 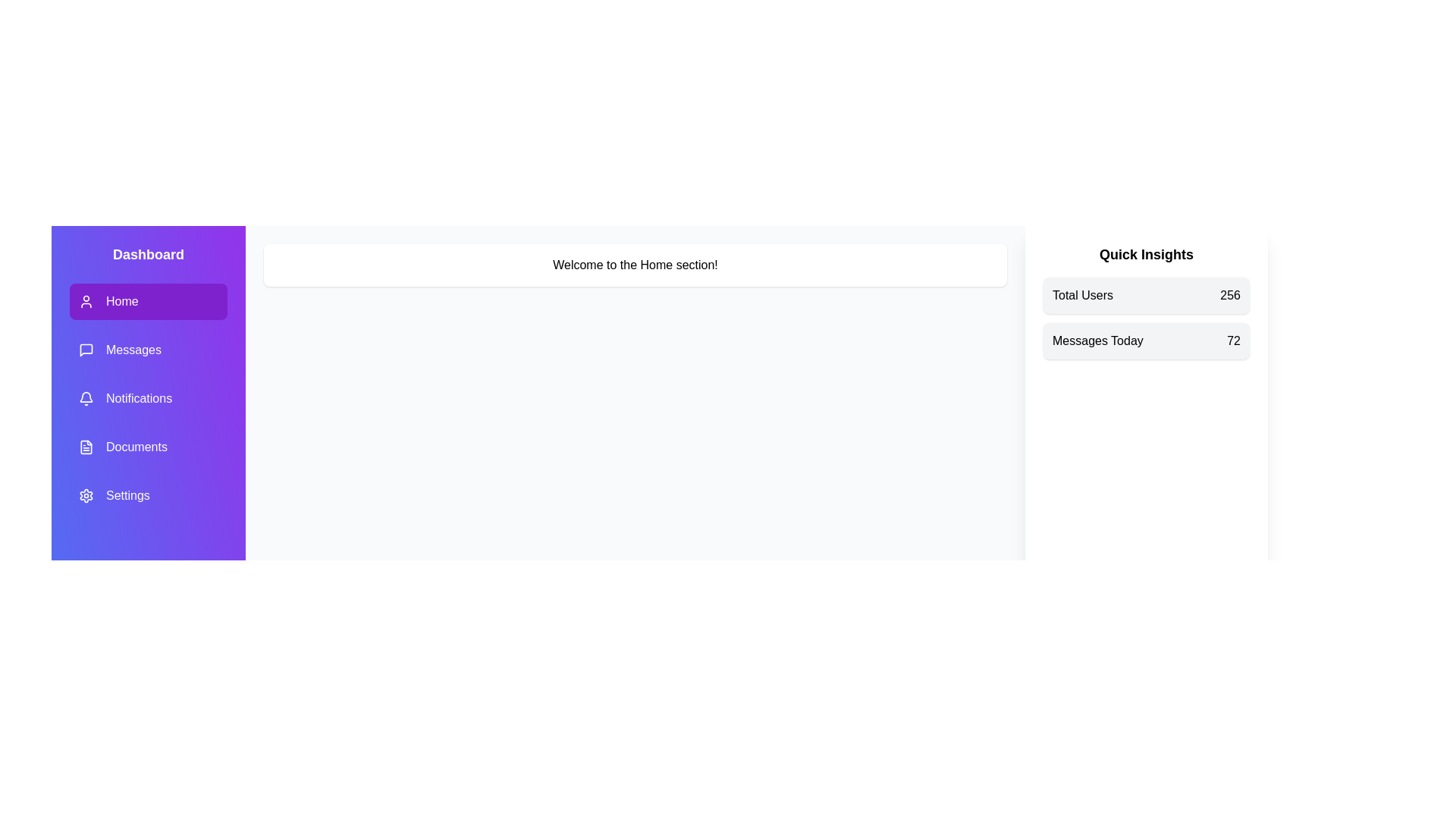 What do you see at coordinates (149, 447) in the screenshot?
I see `the 'Documents' navigation button located in the left pane, which is the fourth item in the menu` at bounding box center [149, 447].